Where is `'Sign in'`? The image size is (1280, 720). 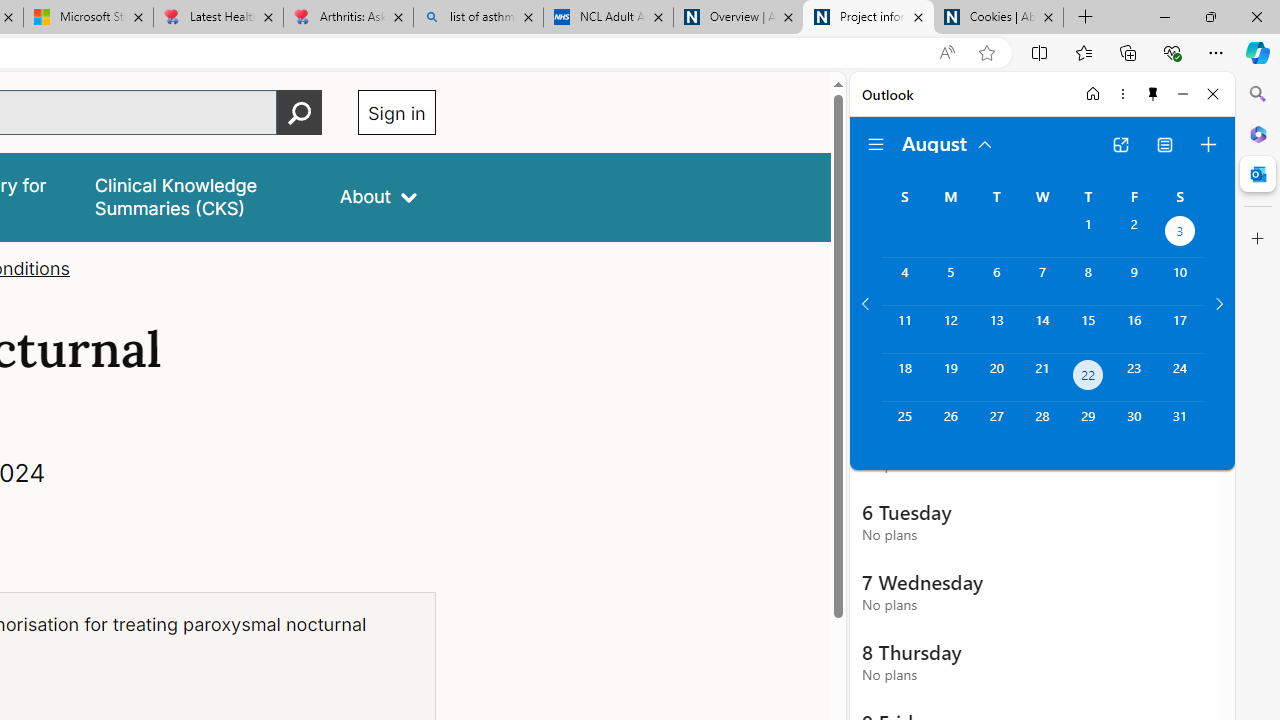
'Sign in' is located at coordinates (396, 112).